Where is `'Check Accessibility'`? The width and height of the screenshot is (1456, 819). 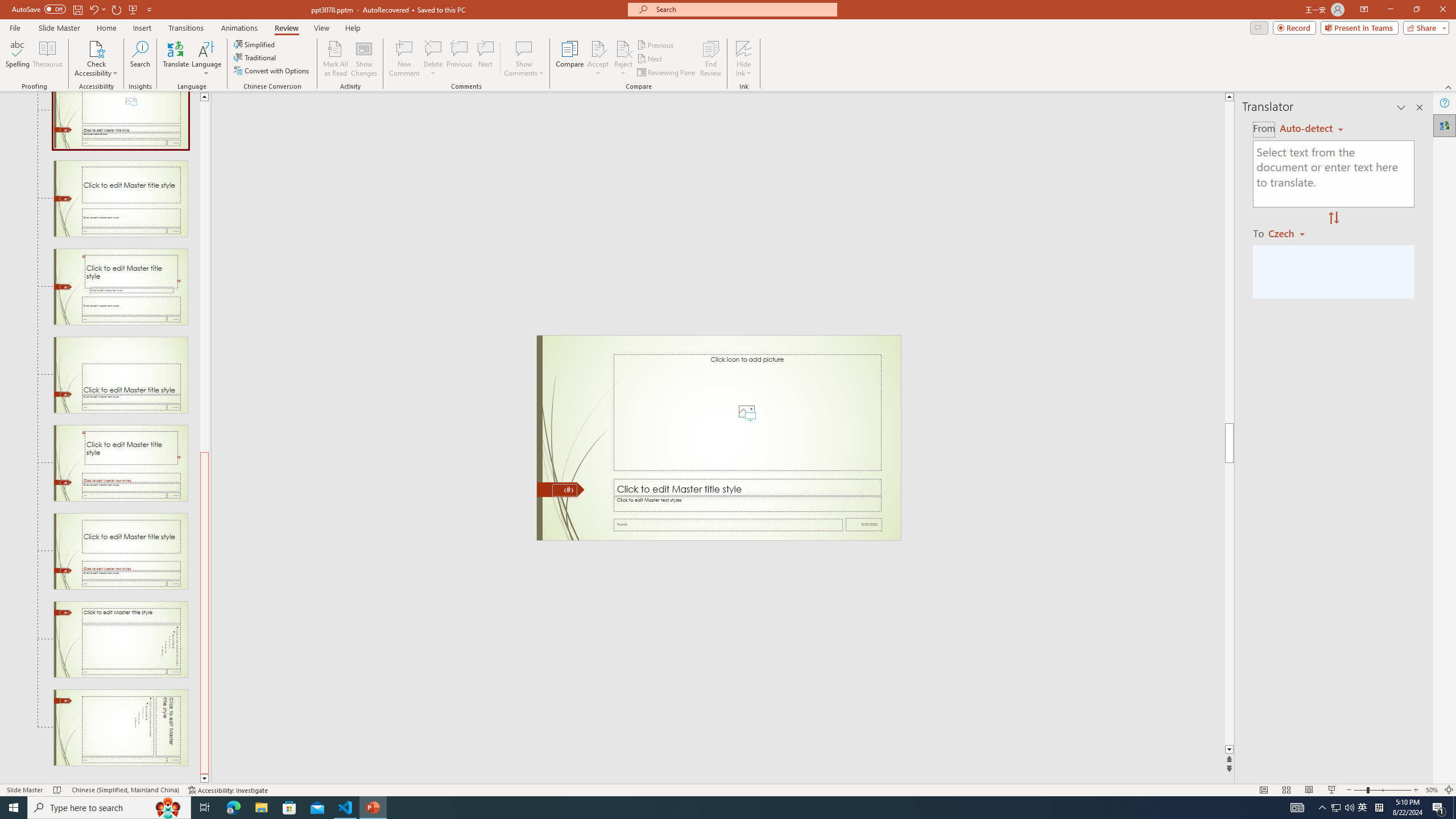 'Check Accessibility' is located at coordinates (95, 48).